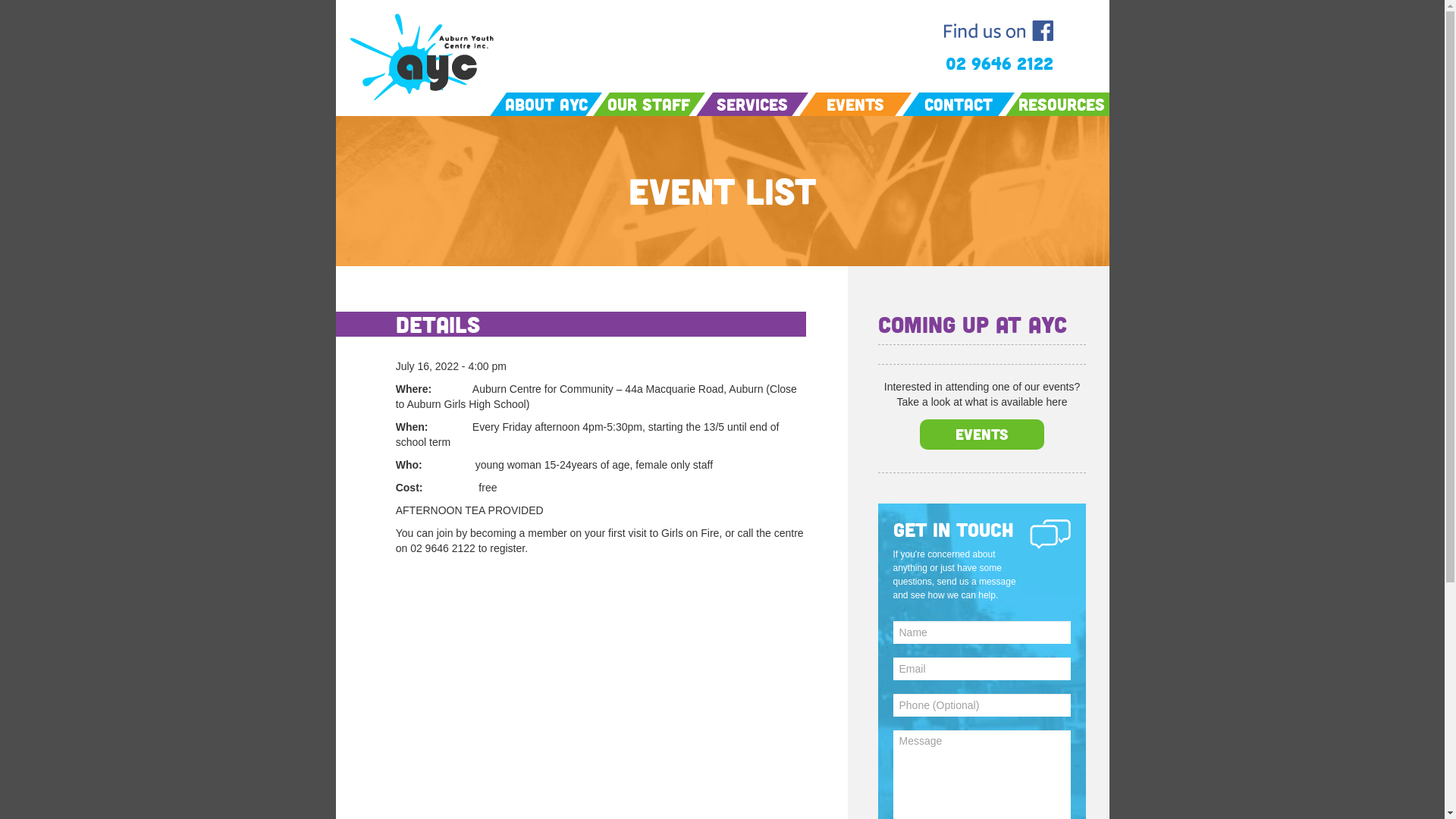 Image resolution: width=1456 pixels, height=819 pixels. Describe the element at coordinates (1059, 103) in the screenshot. I see `'Resources'` at that location.